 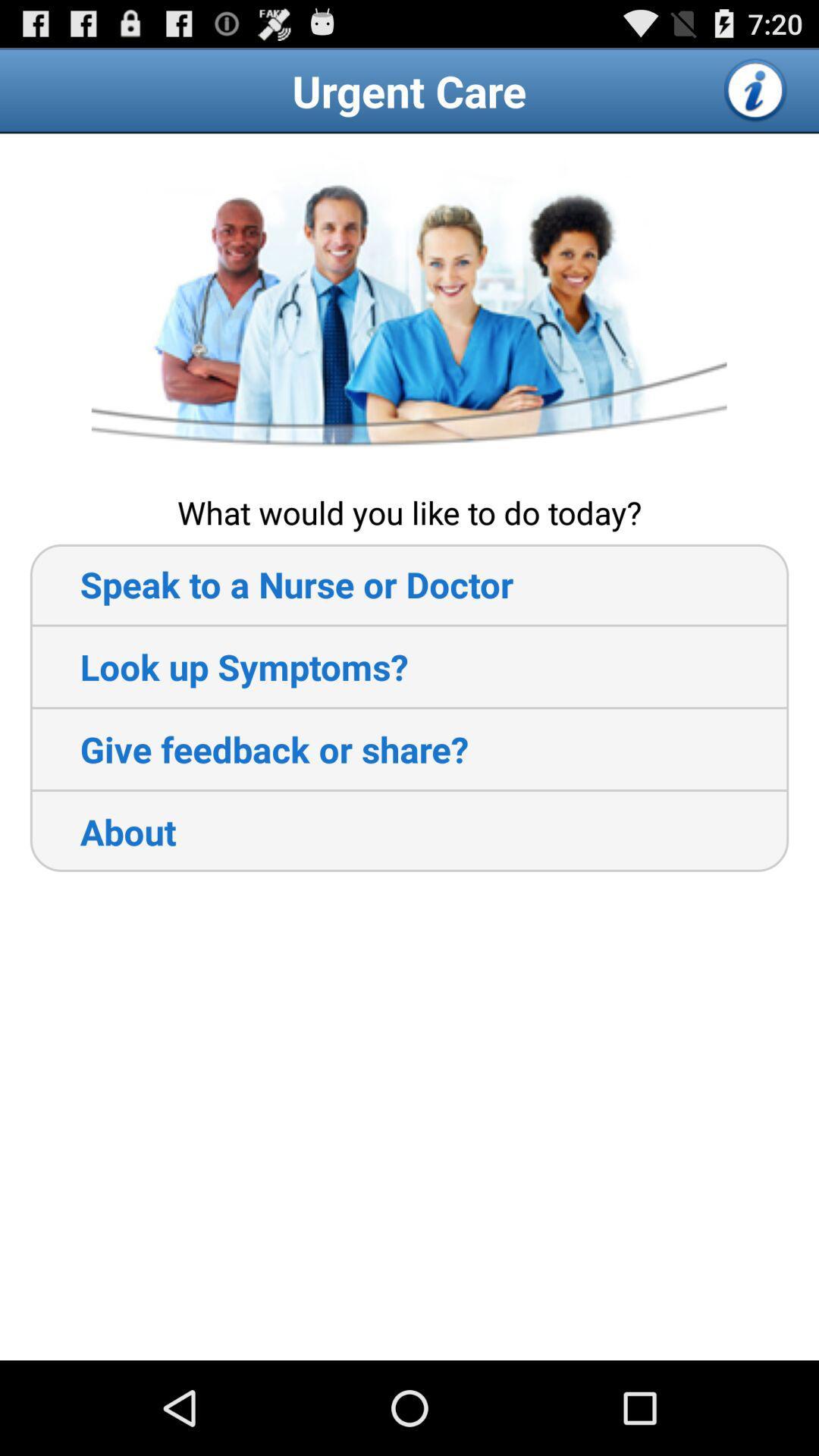 I want to click on item above the look up symptoms? icon, so click(x=271, y=583).